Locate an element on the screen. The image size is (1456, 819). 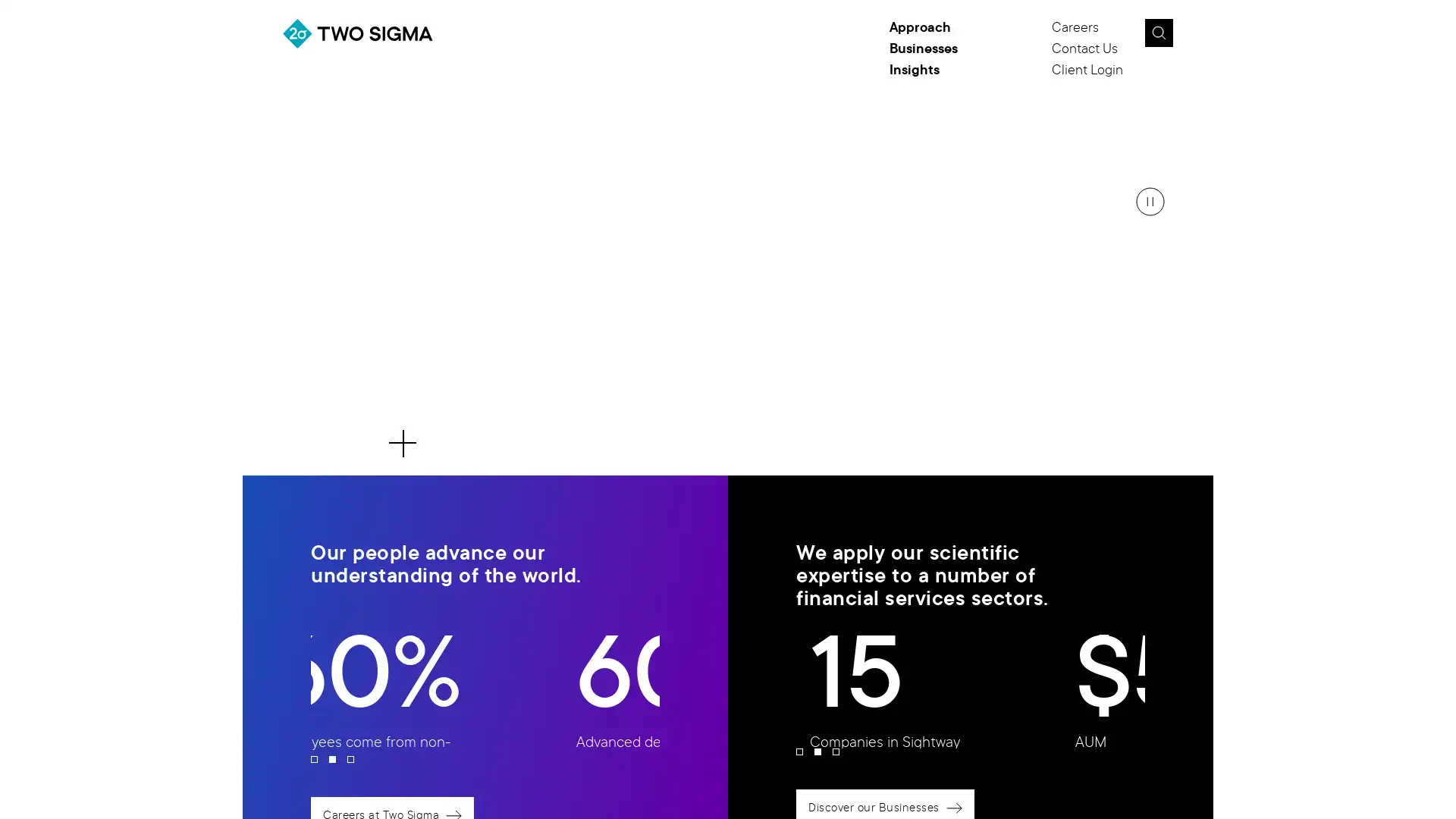
Search is located at coordinates (1193, 37).